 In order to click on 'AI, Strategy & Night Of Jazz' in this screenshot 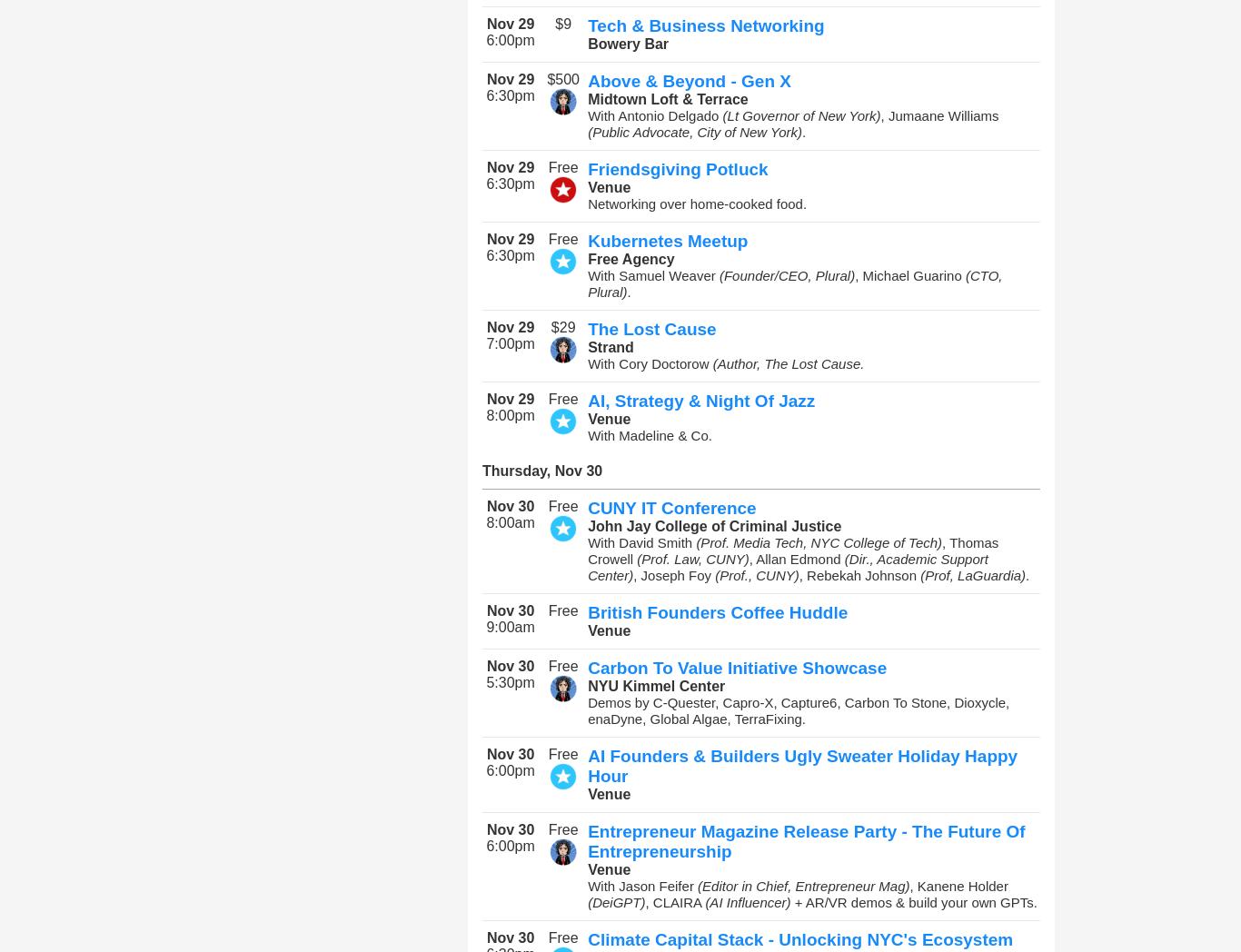, I will do `click(701, 400)`.